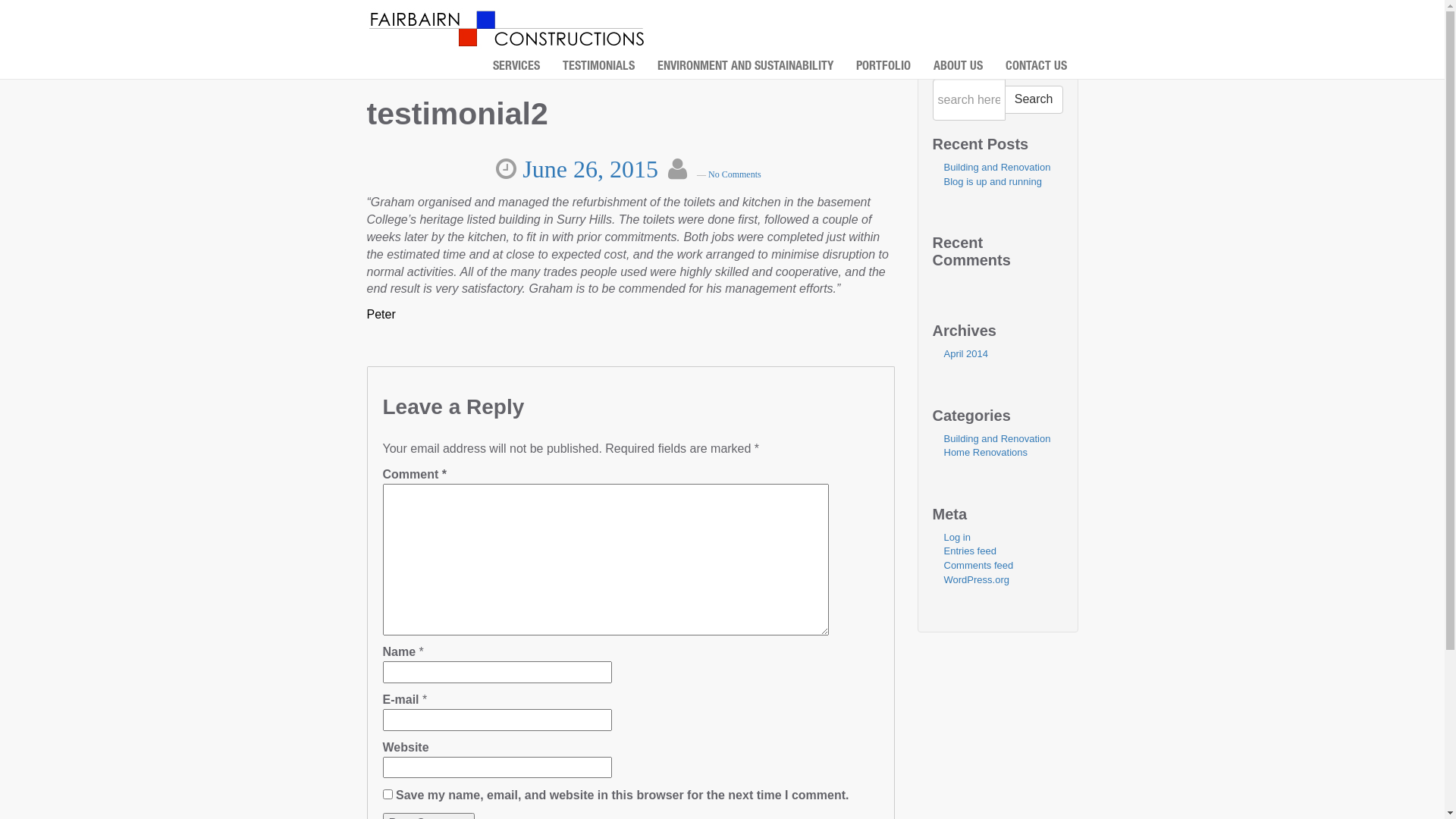 The height and width of the screenshot is (819, 1456). I want to click on 'No Comments', so click(708, 174).